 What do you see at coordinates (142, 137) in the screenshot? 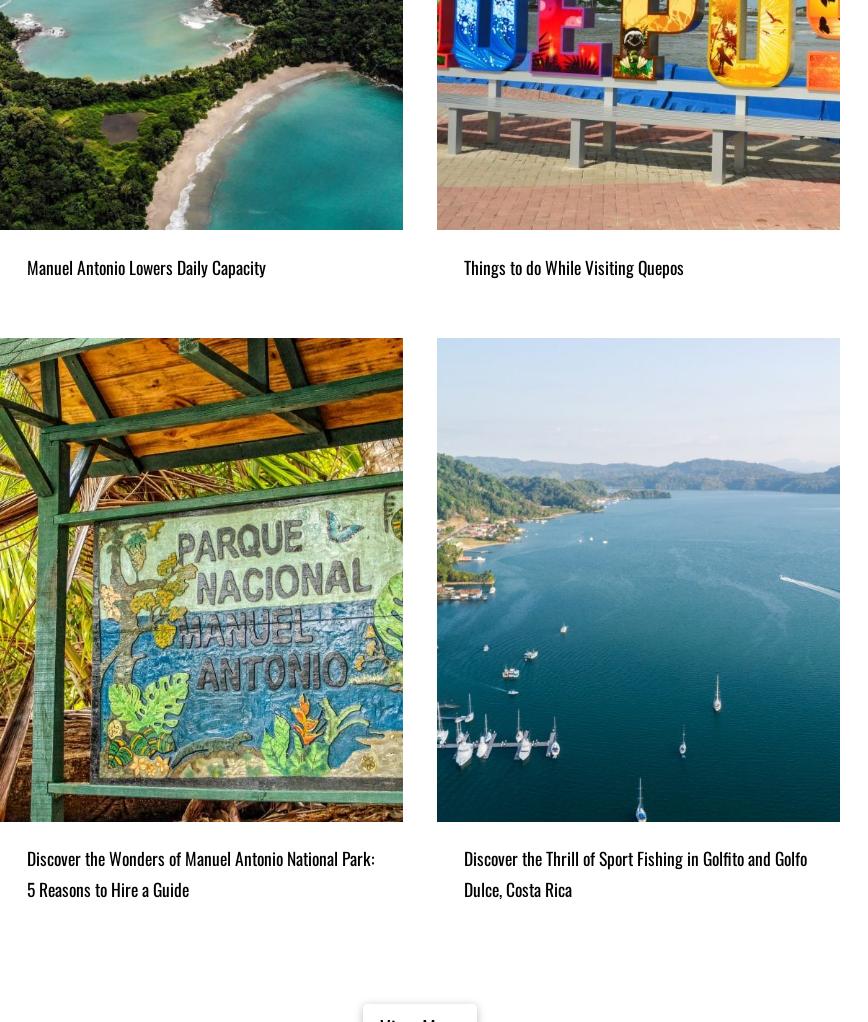
I see `'Combo Saddle and Paddle'` at bounding box center [142, 137].